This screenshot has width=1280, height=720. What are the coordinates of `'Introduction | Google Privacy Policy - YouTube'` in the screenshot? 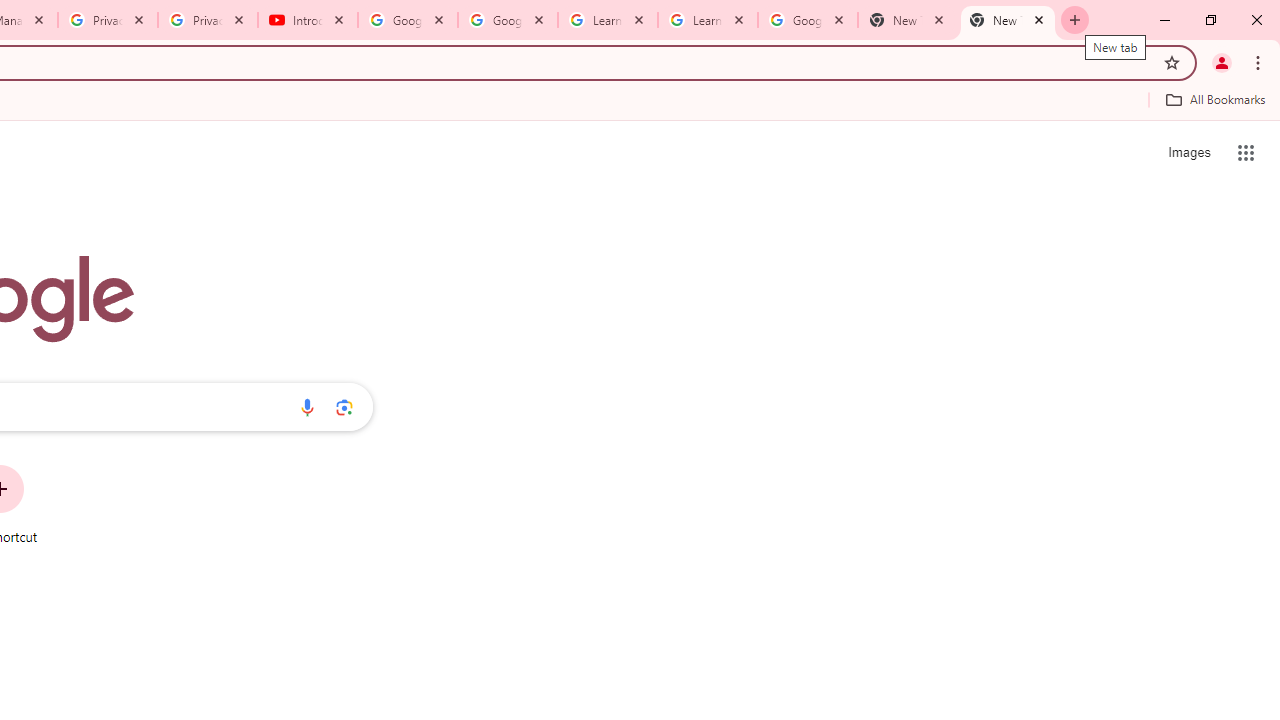 It's located at (307, 20).